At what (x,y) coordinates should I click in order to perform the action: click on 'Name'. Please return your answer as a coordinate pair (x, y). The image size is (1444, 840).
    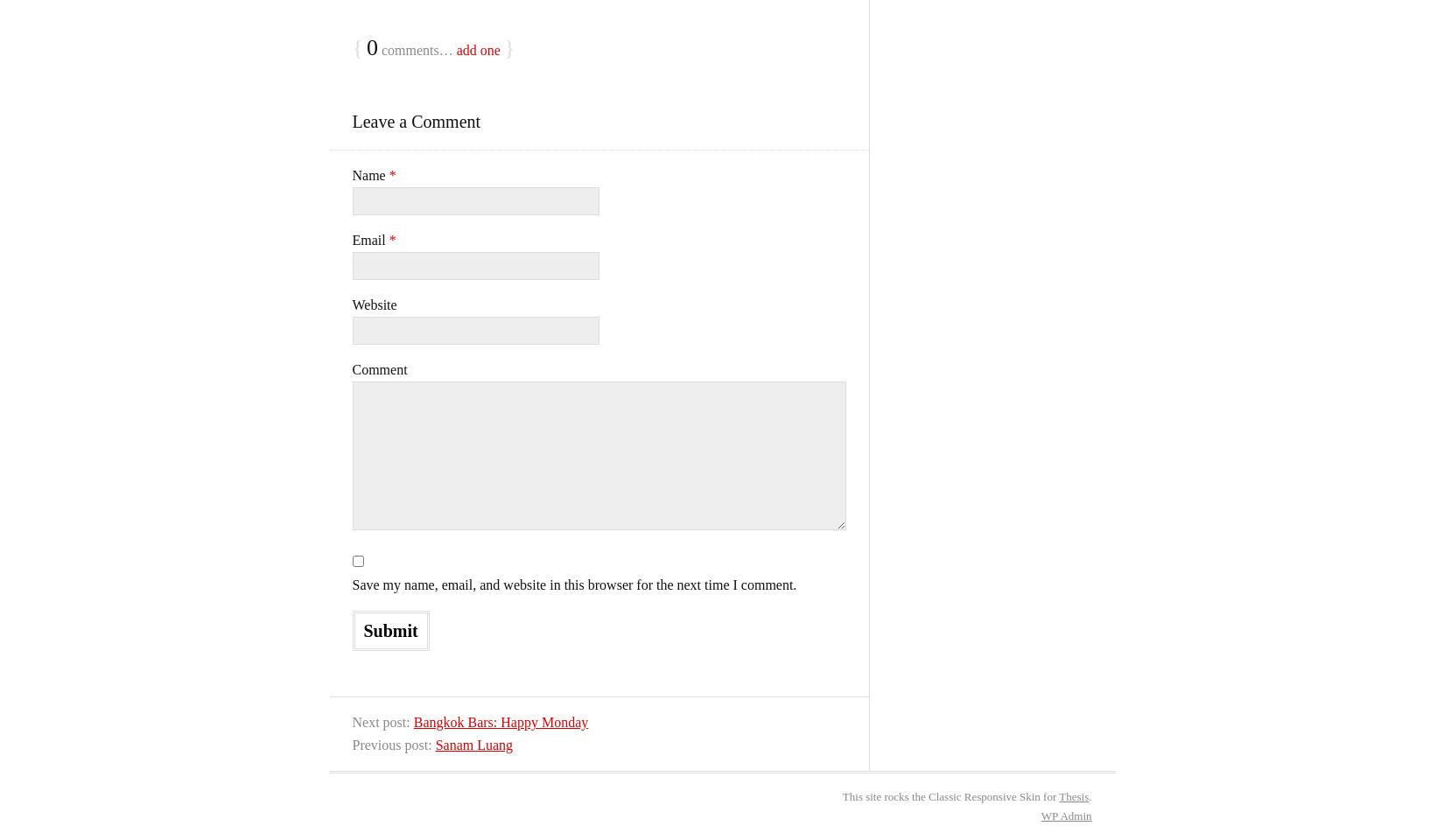
    Looking at the image, I should click on (369, 175).